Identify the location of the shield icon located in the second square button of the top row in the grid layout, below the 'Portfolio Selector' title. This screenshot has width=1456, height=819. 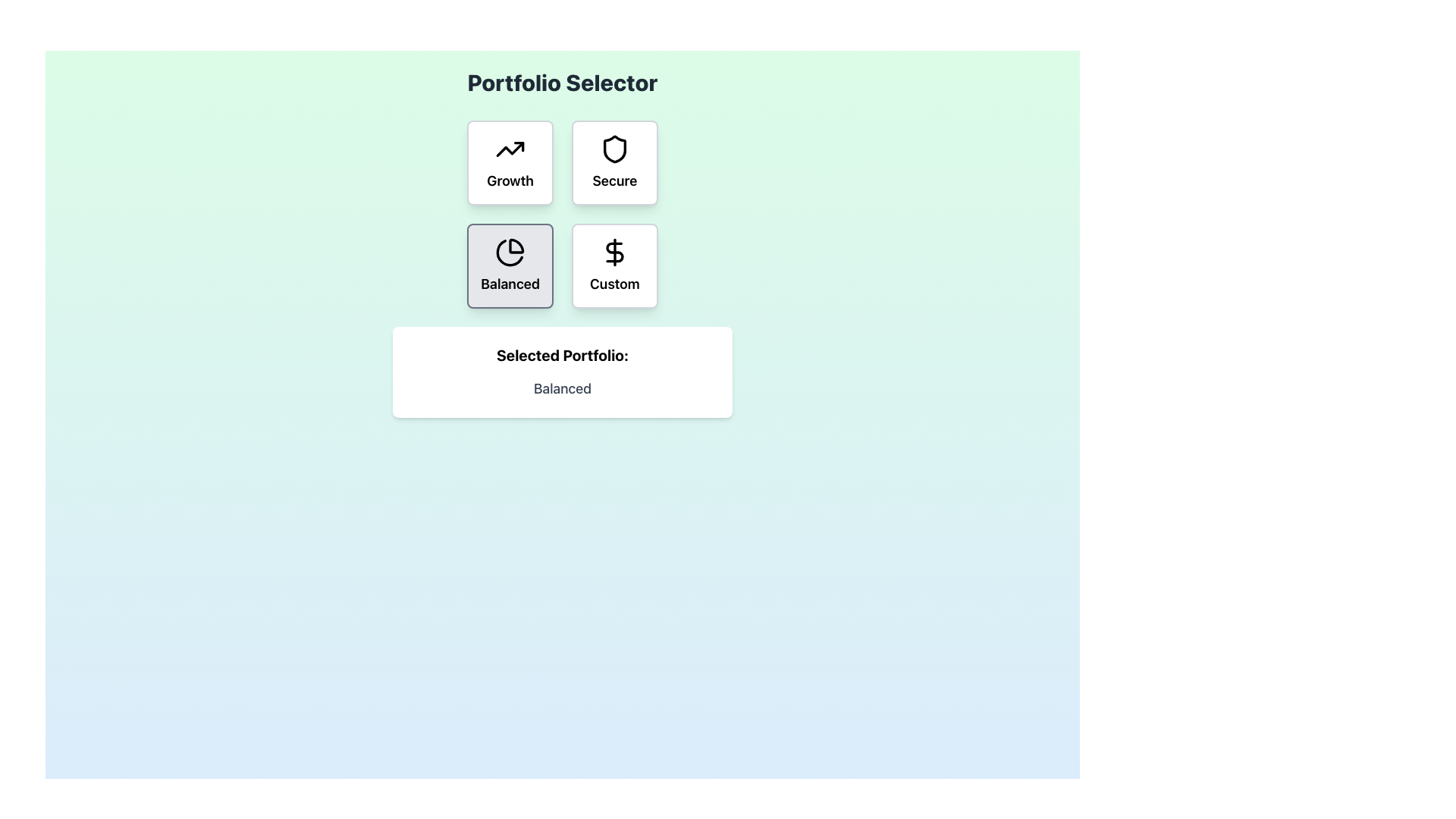
(614, 149).